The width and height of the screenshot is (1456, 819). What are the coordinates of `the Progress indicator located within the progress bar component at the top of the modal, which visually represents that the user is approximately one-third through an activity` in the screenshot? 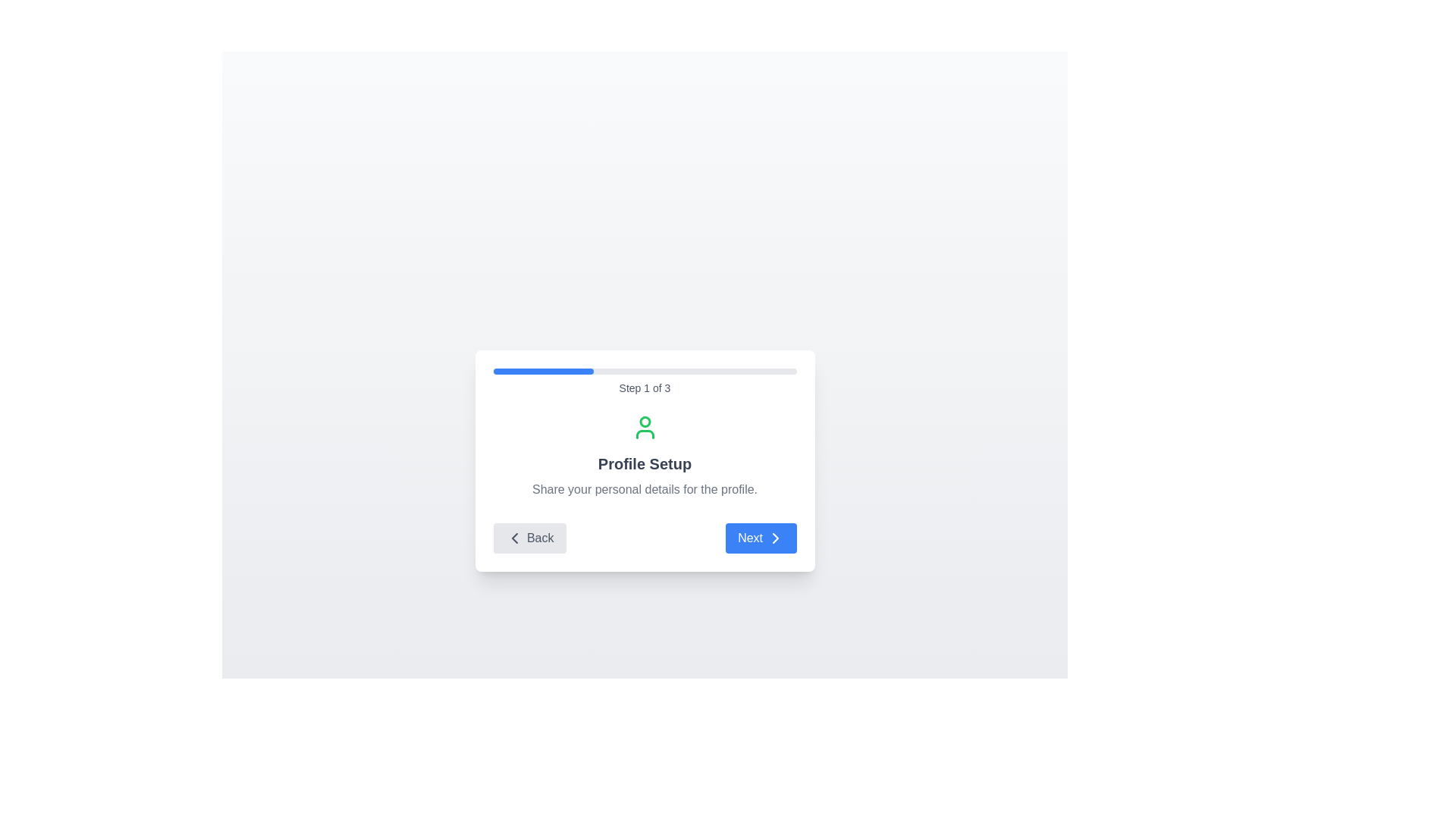 It's located at (543, 371).